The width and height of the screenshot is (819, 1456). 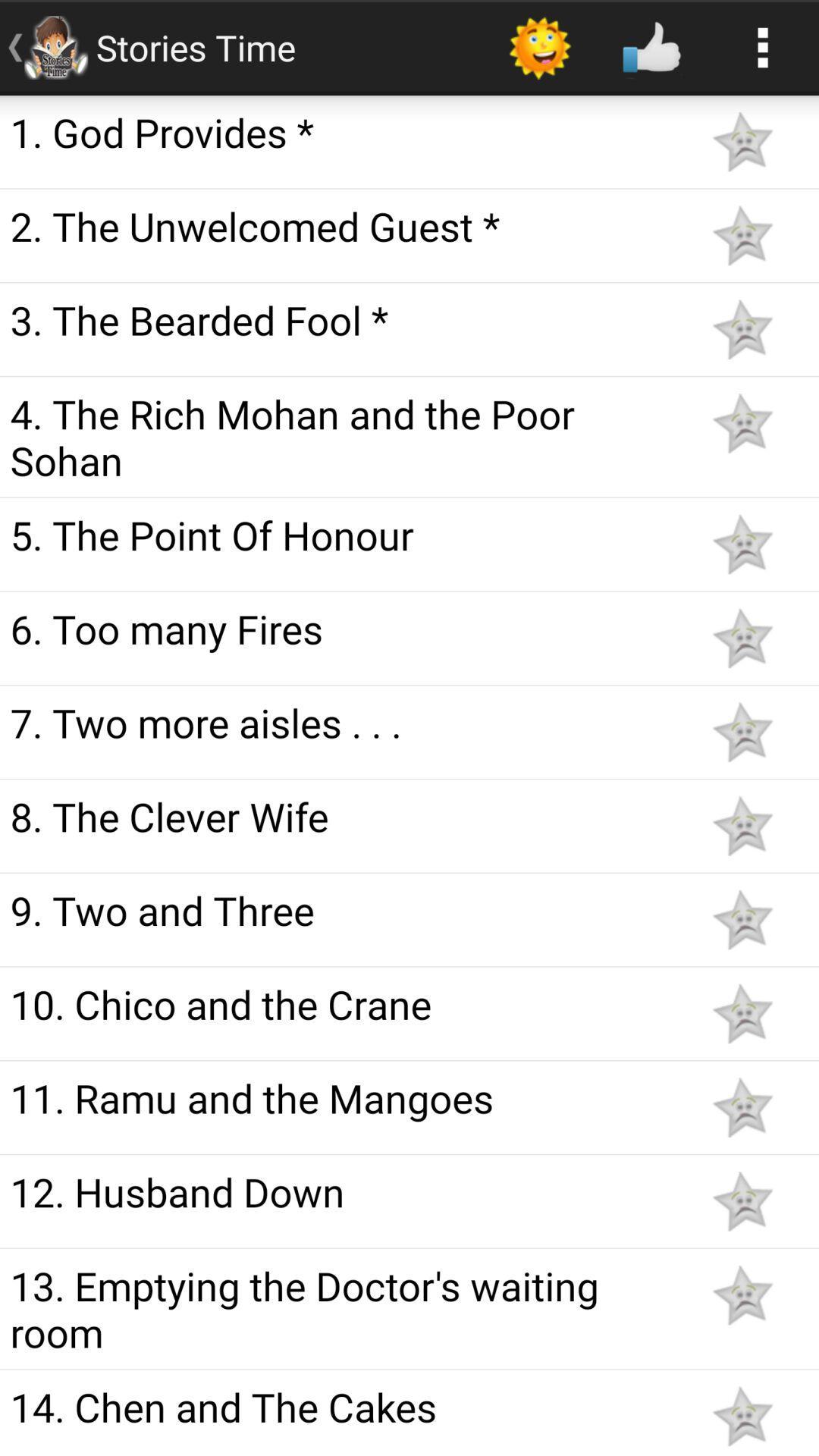 I want to click on the story, so click(x=742, y=919).